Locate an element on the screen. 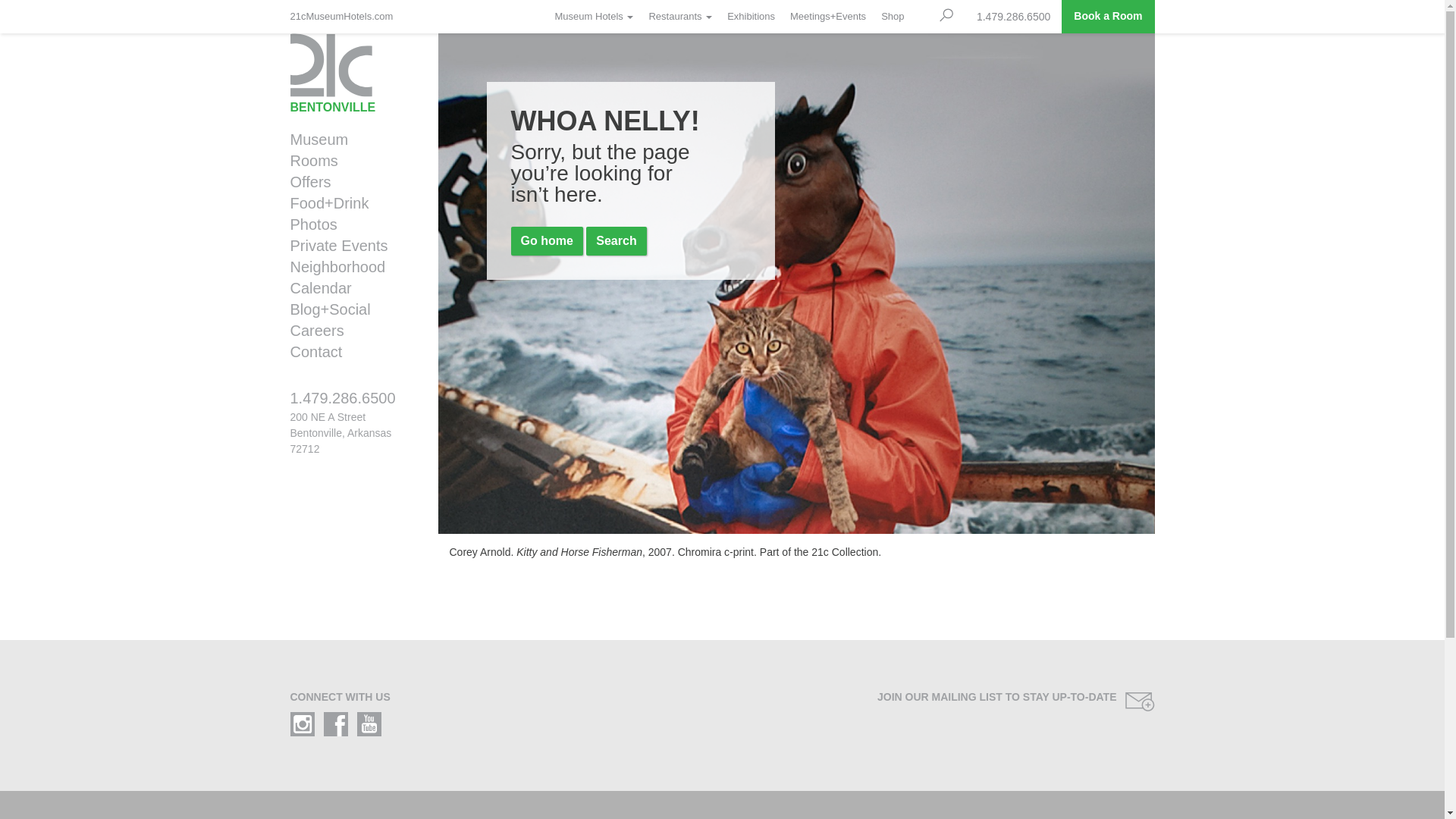  '21cMuseumHotels.com' is located at coordinates (344, 17).